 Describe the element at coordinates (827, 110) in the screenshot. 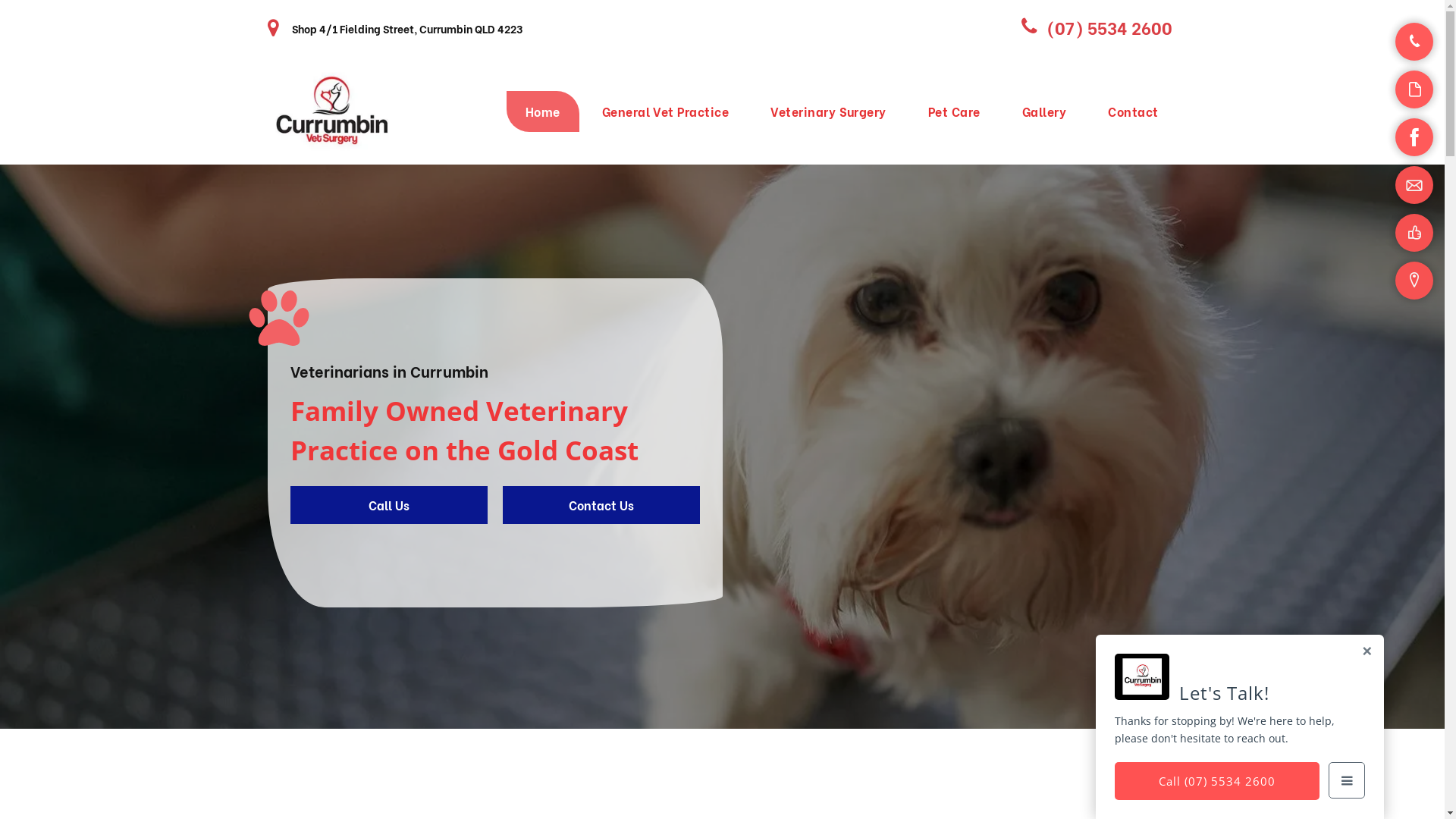

I see `'Veterinary Surgery'` at that location.